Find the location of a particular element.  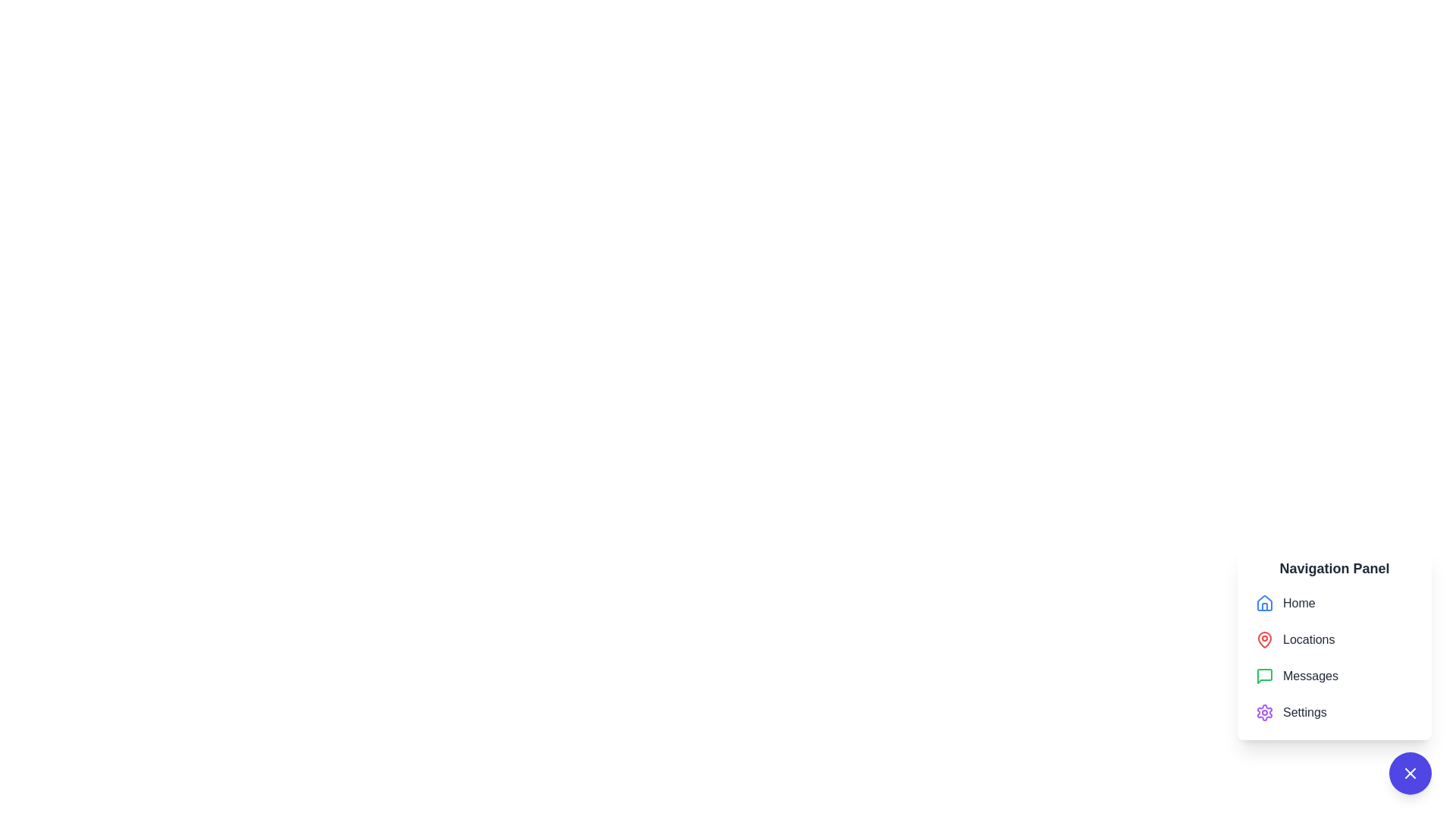

the 'X' shaped SVG element located in the bottom-right corner of the interface, which is centrally positioned within a purple circular button used for closing or dismissing an action is located at coordinates (1410, 773).